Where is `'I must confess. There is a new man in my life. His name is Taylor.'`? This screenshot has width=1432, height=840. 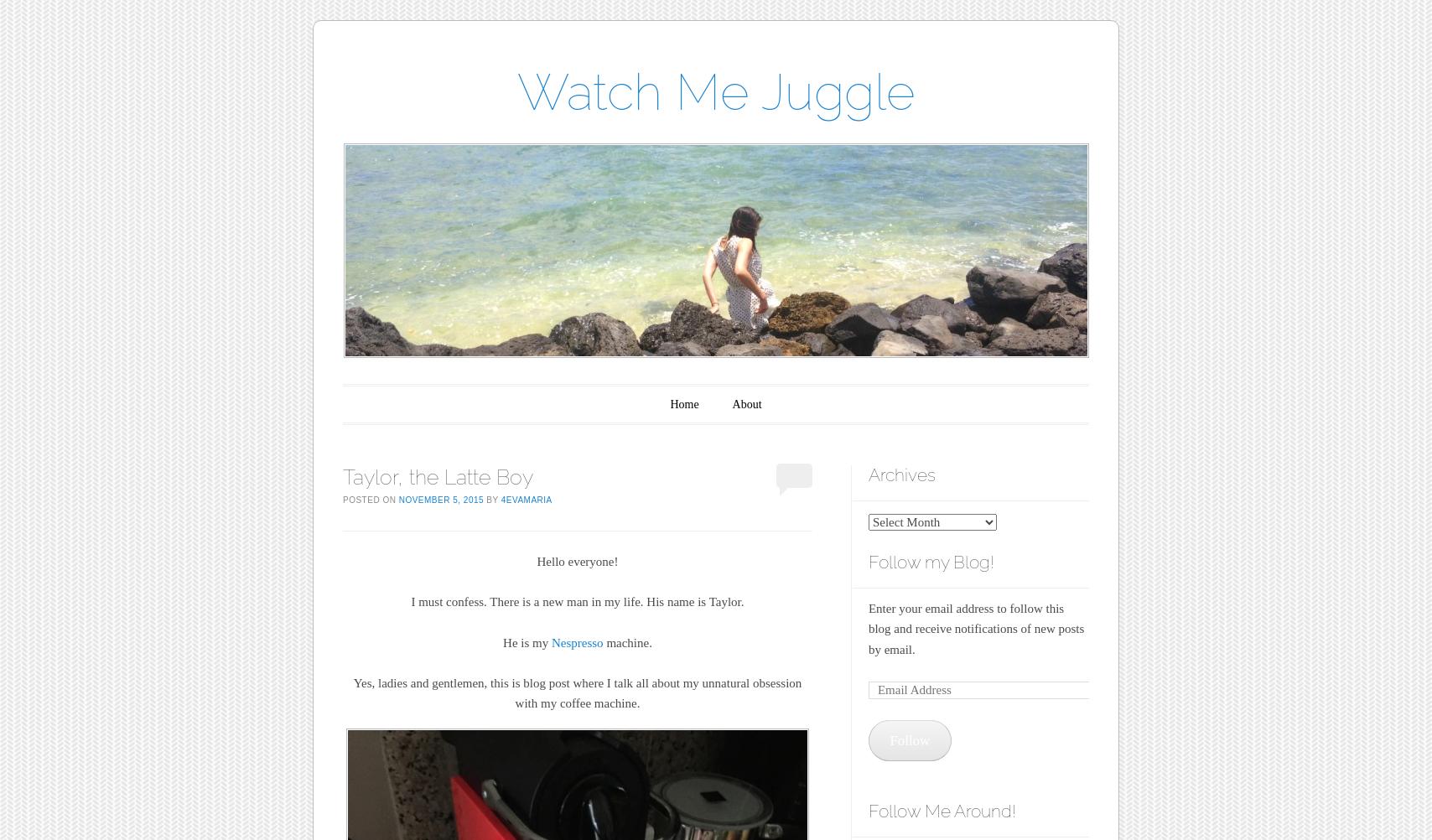
'I must confess. There is a new man in my life. His name is Taylor.' is located at coordinates (577, 602).